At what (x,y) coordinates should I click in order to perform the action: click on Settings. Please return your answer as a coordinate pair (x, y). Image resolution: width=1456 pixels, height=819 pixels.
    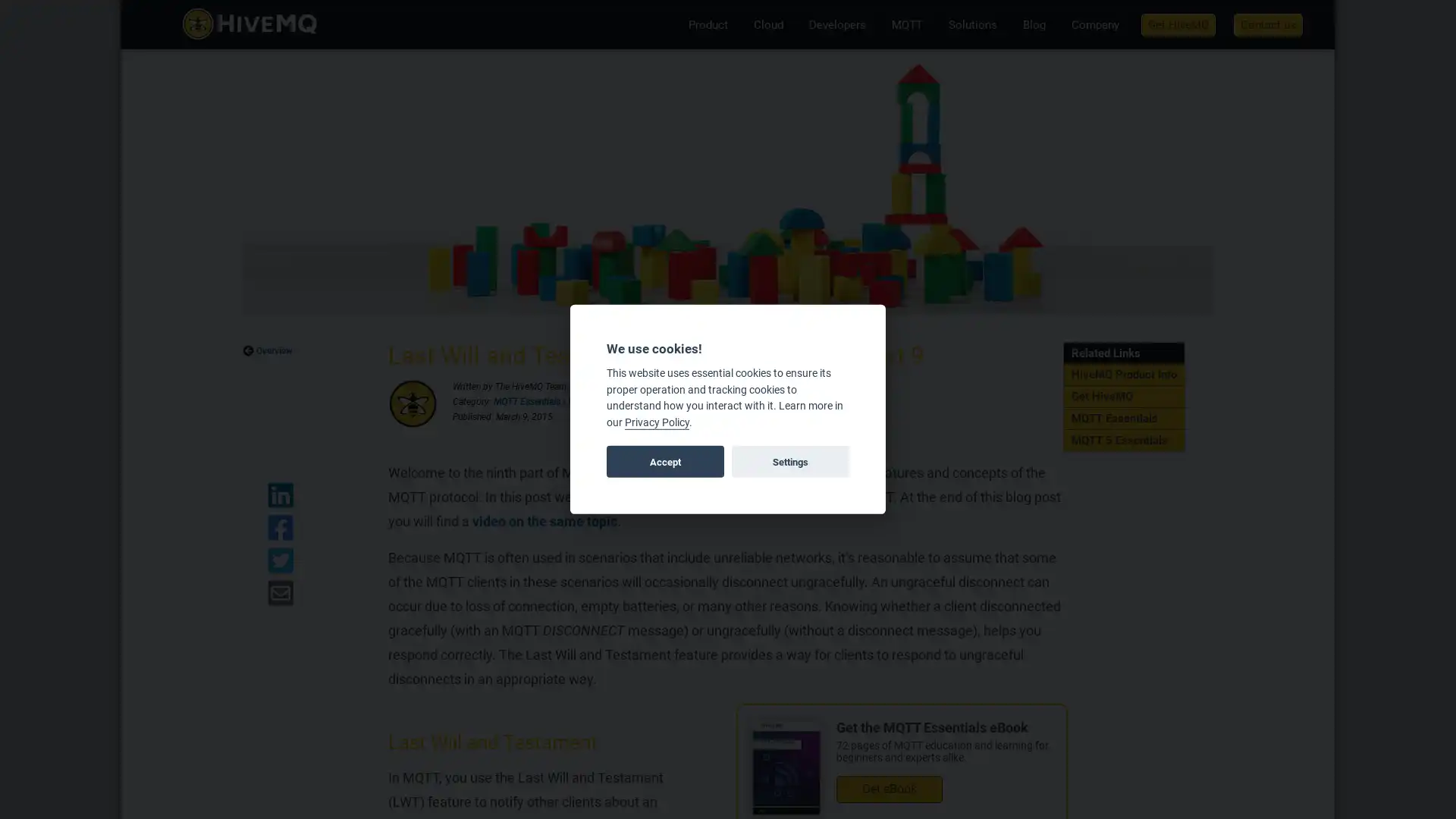
    Looking at the image, I should click on (789, 461).